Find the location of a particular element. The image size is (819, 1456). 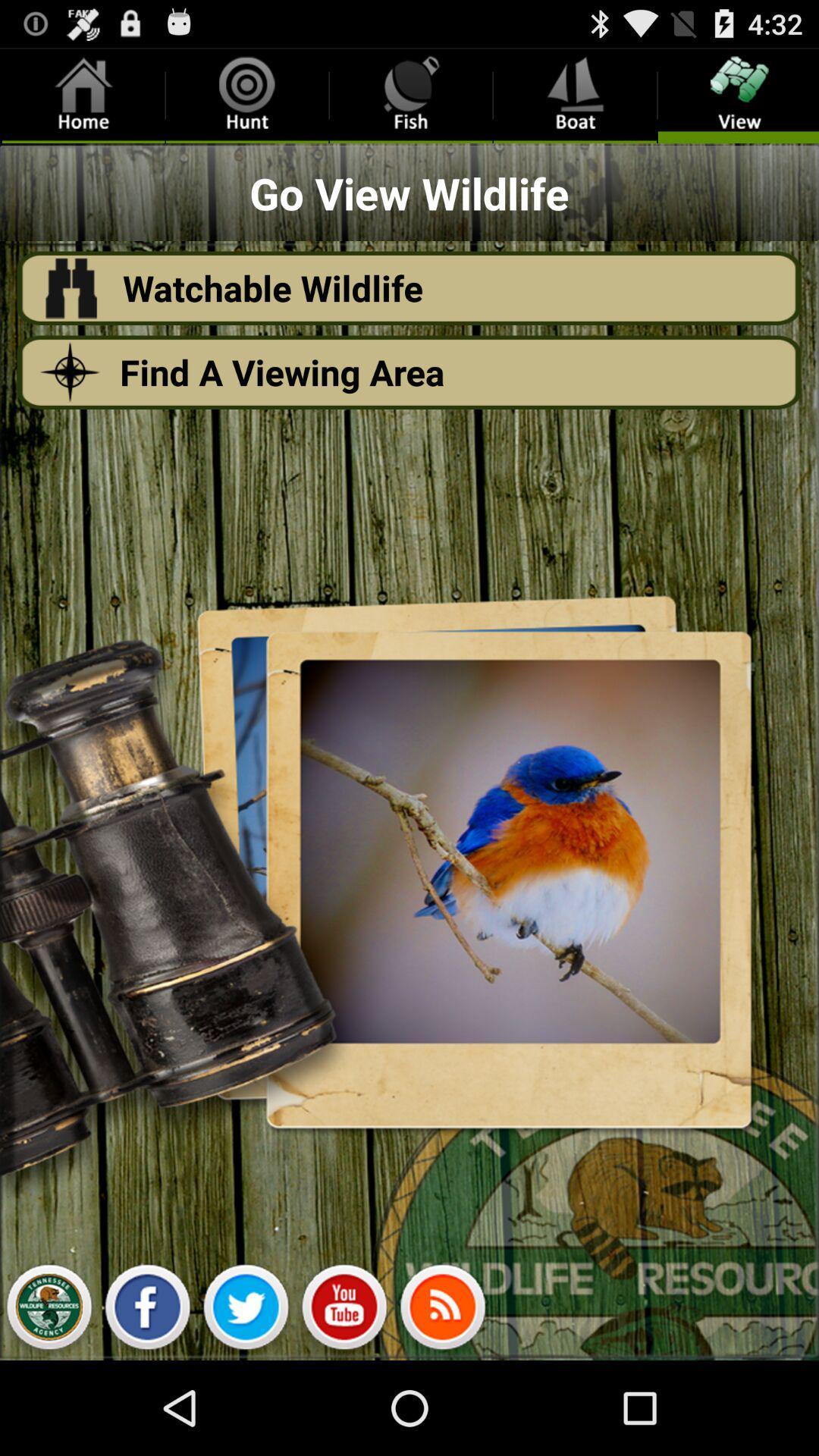

youtube logo is located at coordinates (344, 1310).